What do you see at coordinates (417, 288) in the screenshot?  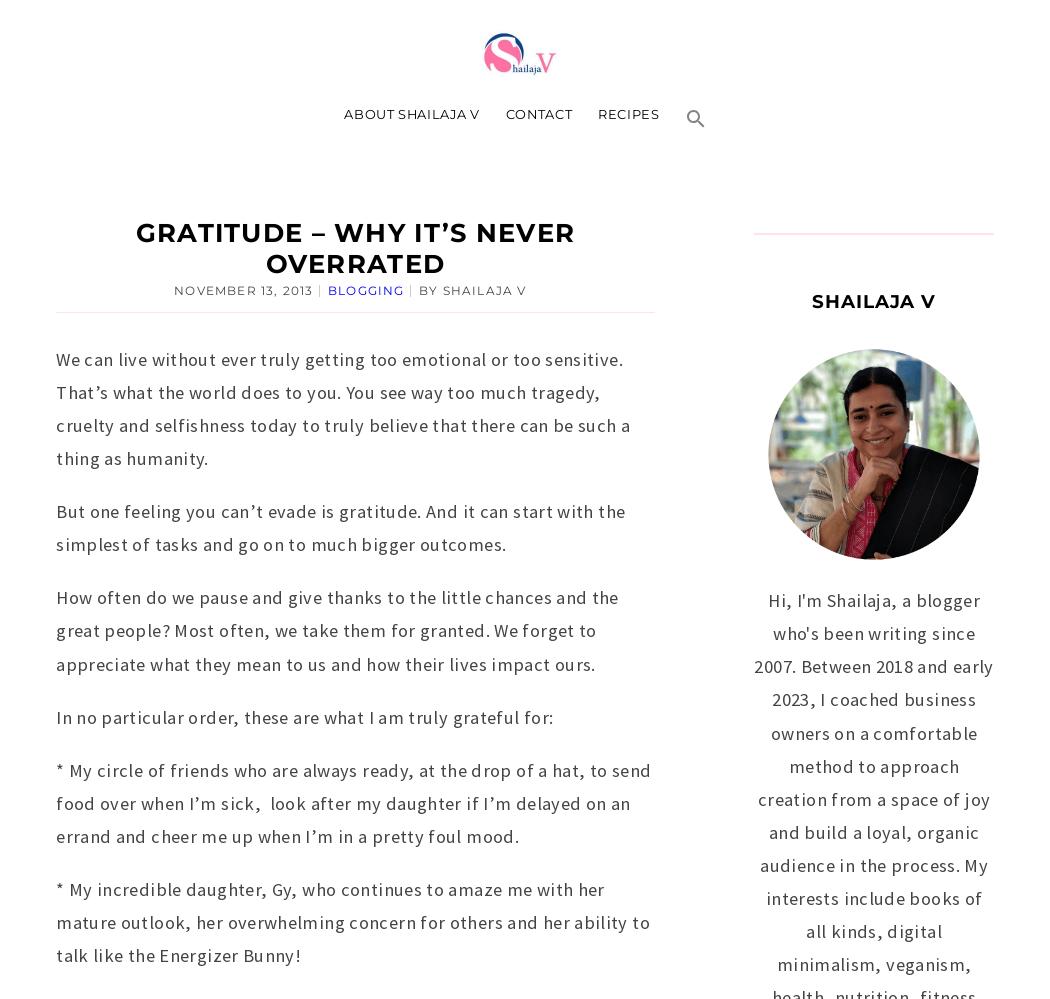 I see `'by'` at bounding box center [417, 288].